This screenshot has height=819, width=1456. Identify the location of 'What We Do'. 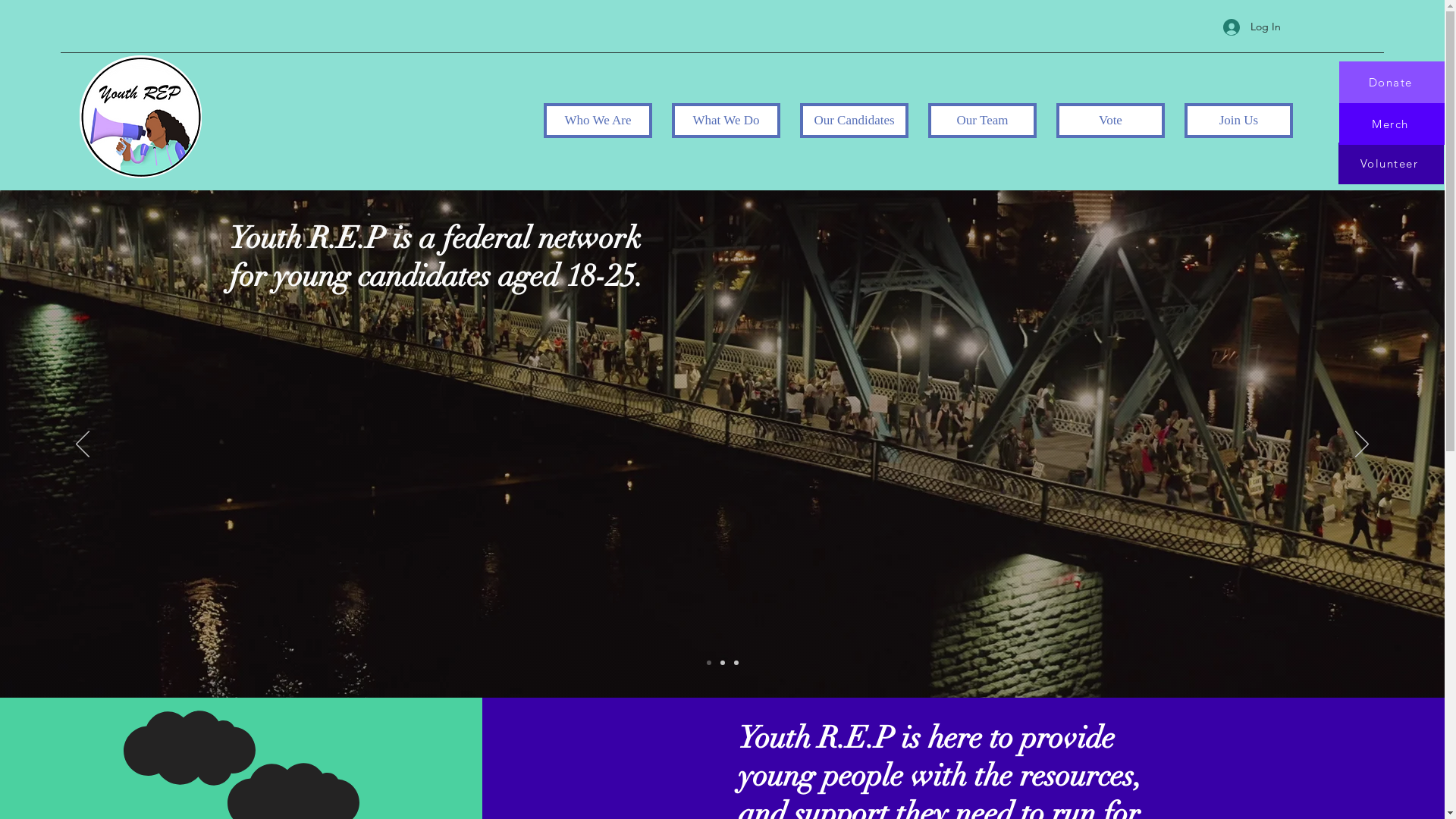
(671, 119).